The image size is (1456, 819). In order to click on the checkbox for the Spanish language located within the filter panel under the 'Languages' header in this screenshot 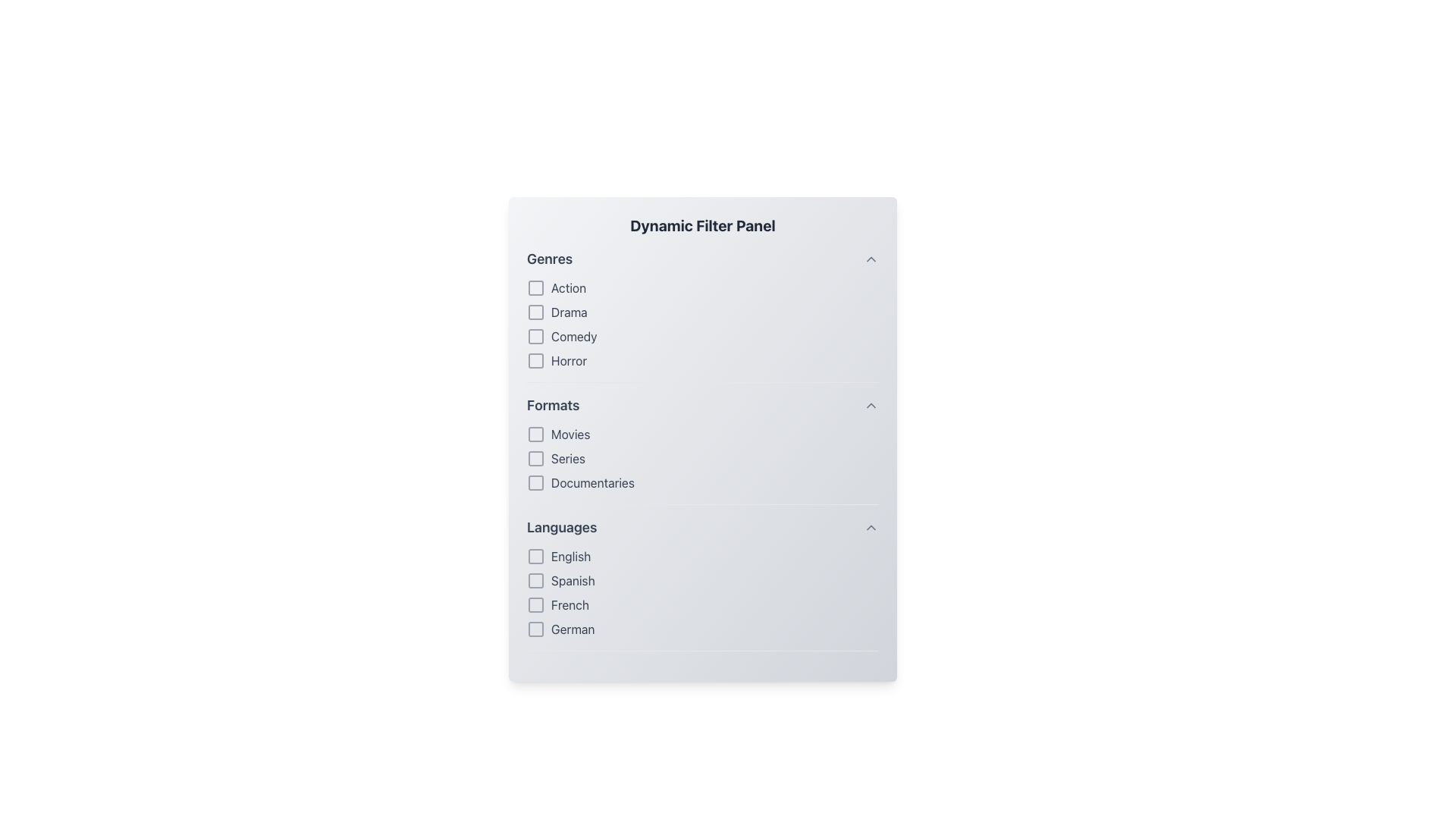, I will do `click(701, 580)`.